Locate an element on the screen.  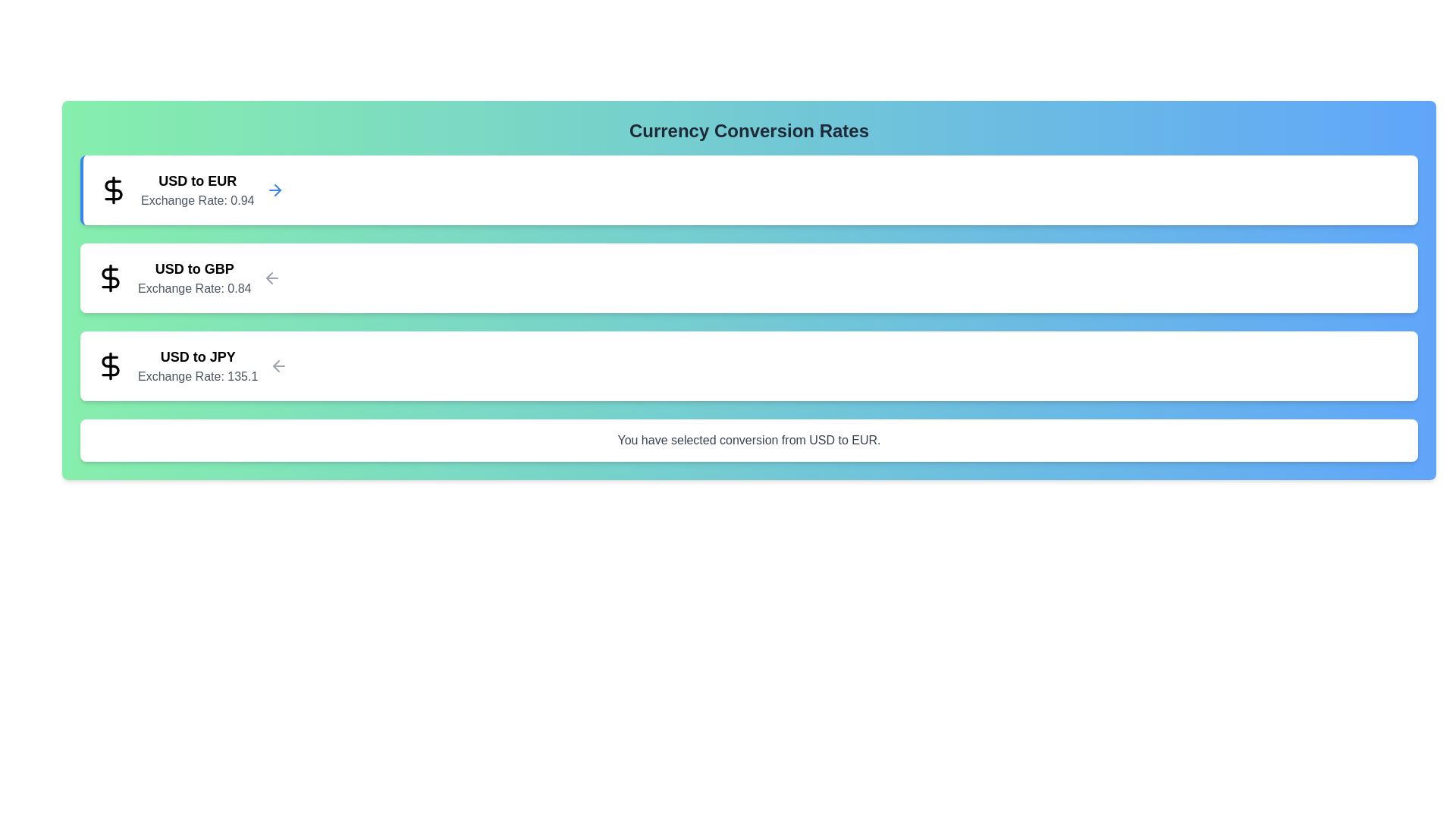
the dollar sign icon ('$') in the left margin of the 'USD to EUR Exchange Rate: 0.94' card, which is the first icon on the left side of the top card in a vertical list of three cards is located at coordinates (112, 189).